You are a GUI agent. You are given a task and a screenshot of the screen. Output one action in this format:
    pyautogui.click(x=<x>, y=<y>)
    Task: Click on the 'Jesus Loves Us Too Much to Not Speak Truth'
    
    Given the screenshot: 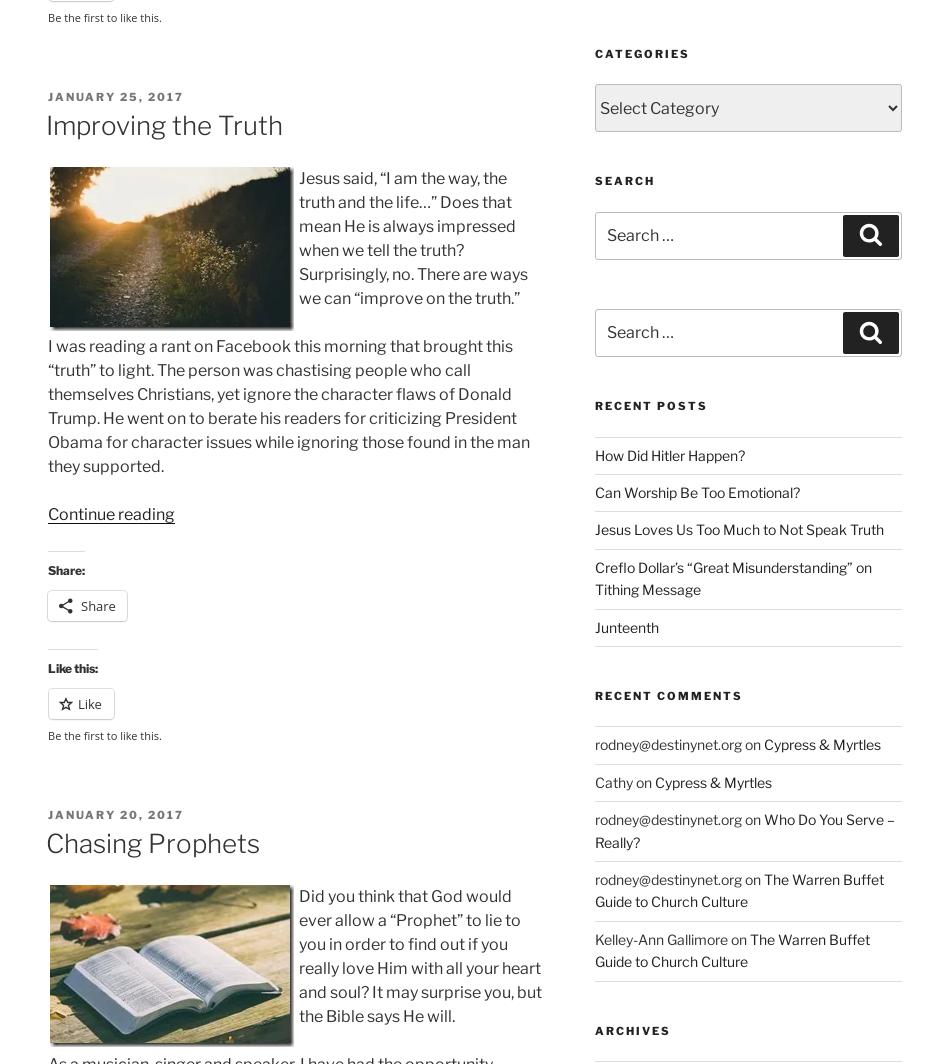 What is the action you would take?
    pyautogui.click(x=737, y=529)
    